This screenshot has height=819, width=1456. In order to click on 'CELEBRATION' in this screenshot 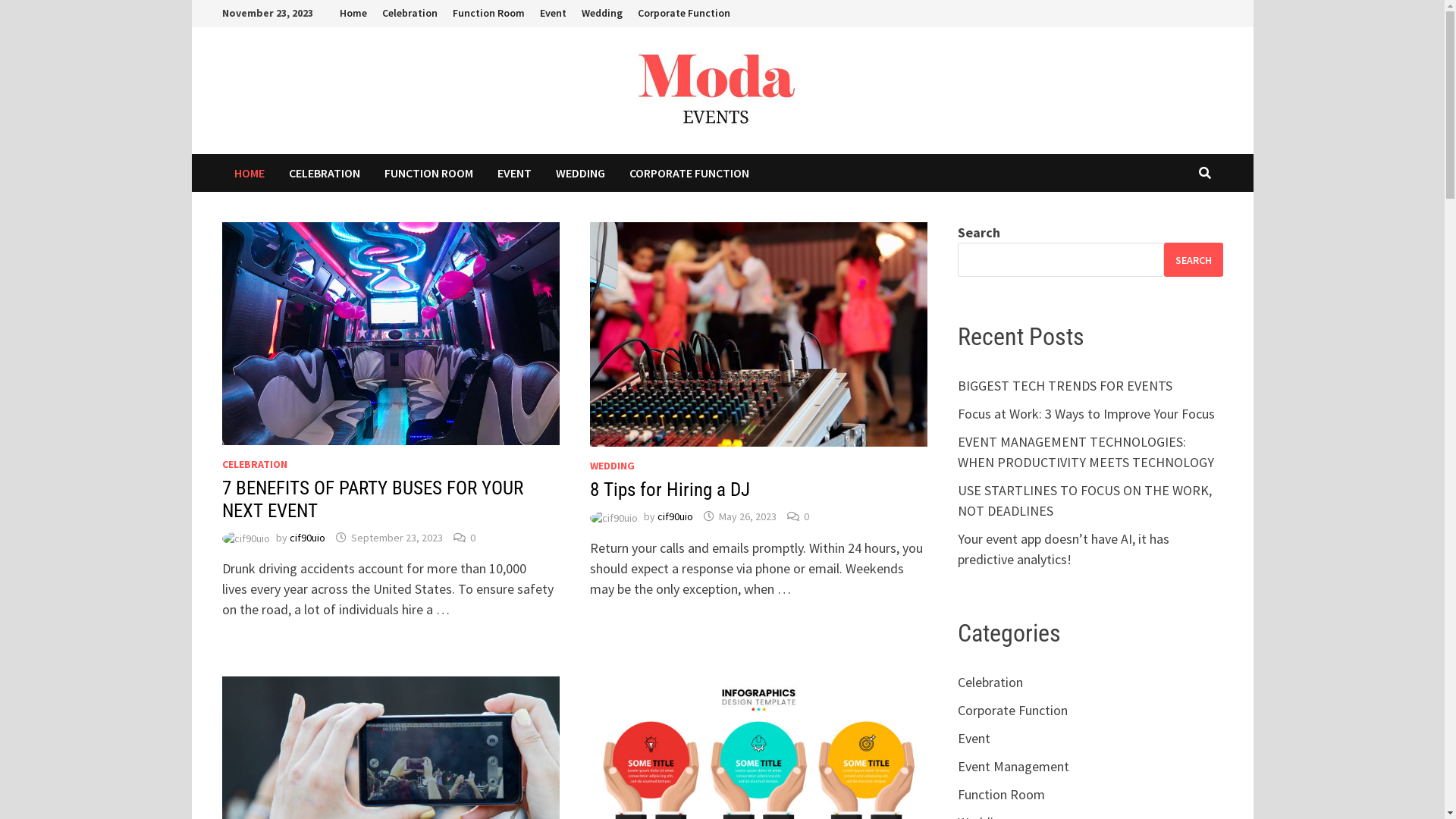, I will do `click(254, 463)`.